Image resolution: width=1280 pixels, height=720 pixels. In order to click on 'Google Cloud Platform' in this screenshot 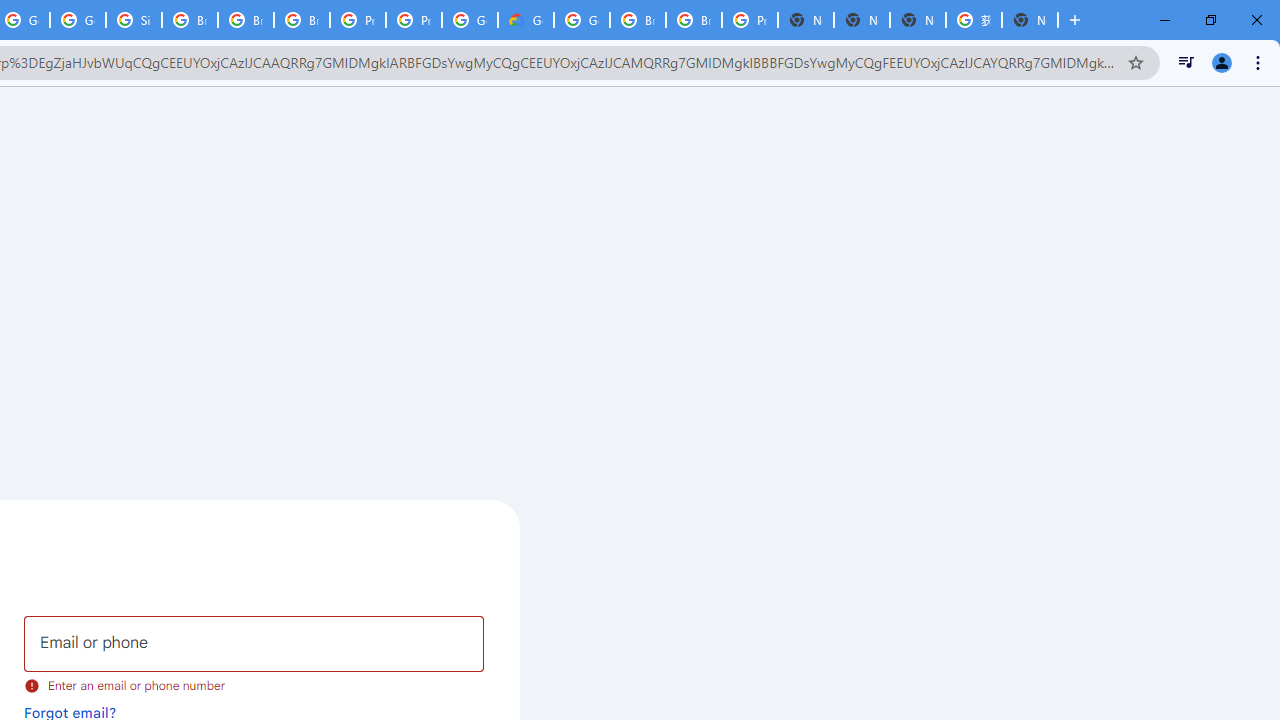, I will do `click(581, 20)`.